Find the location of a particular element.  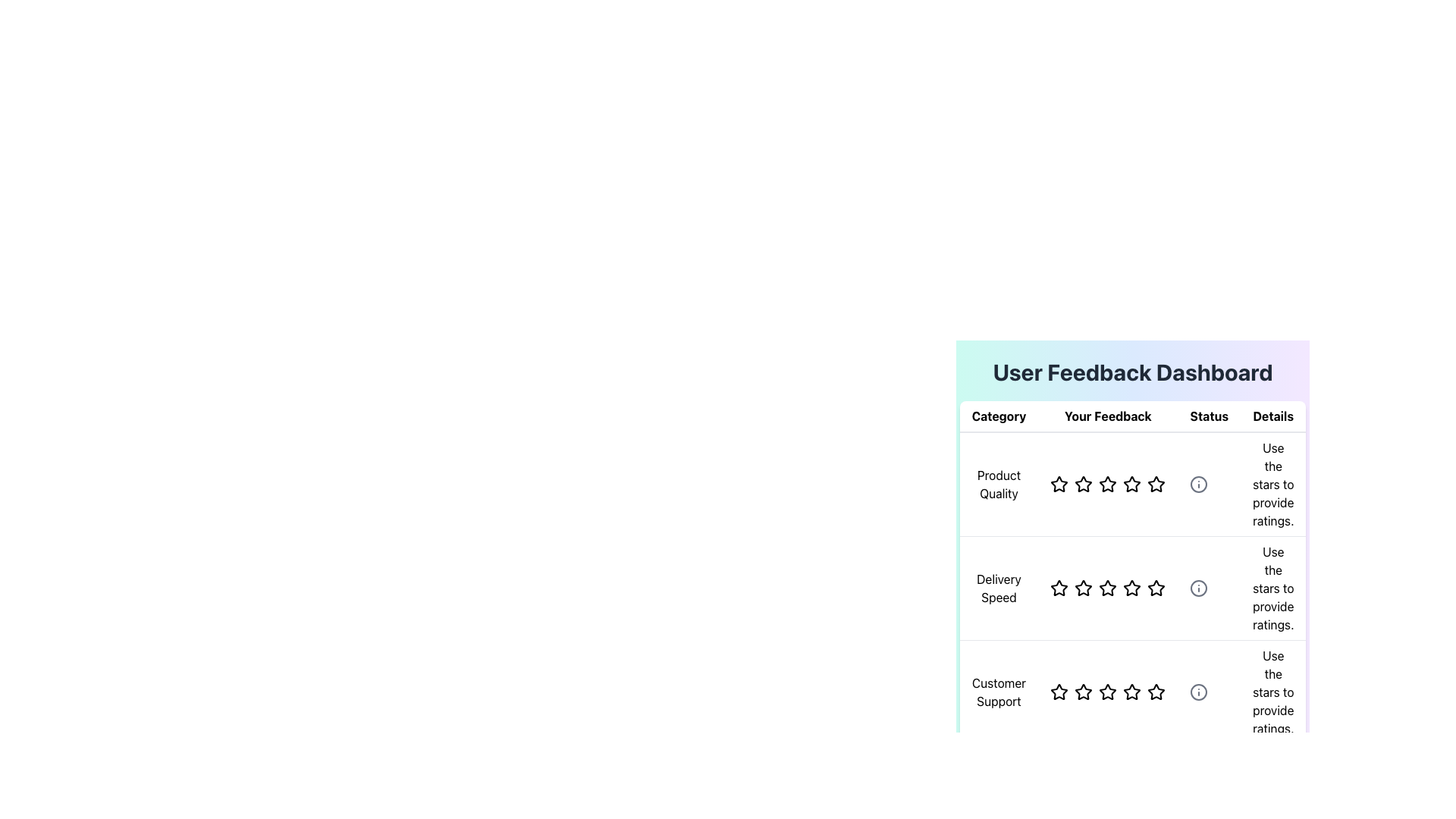

the fifth hollow star icon with a bold outline under the 'Customer Support' category in the 'Your Feedback' column to set a rating is located at coordinates (1156, 692).